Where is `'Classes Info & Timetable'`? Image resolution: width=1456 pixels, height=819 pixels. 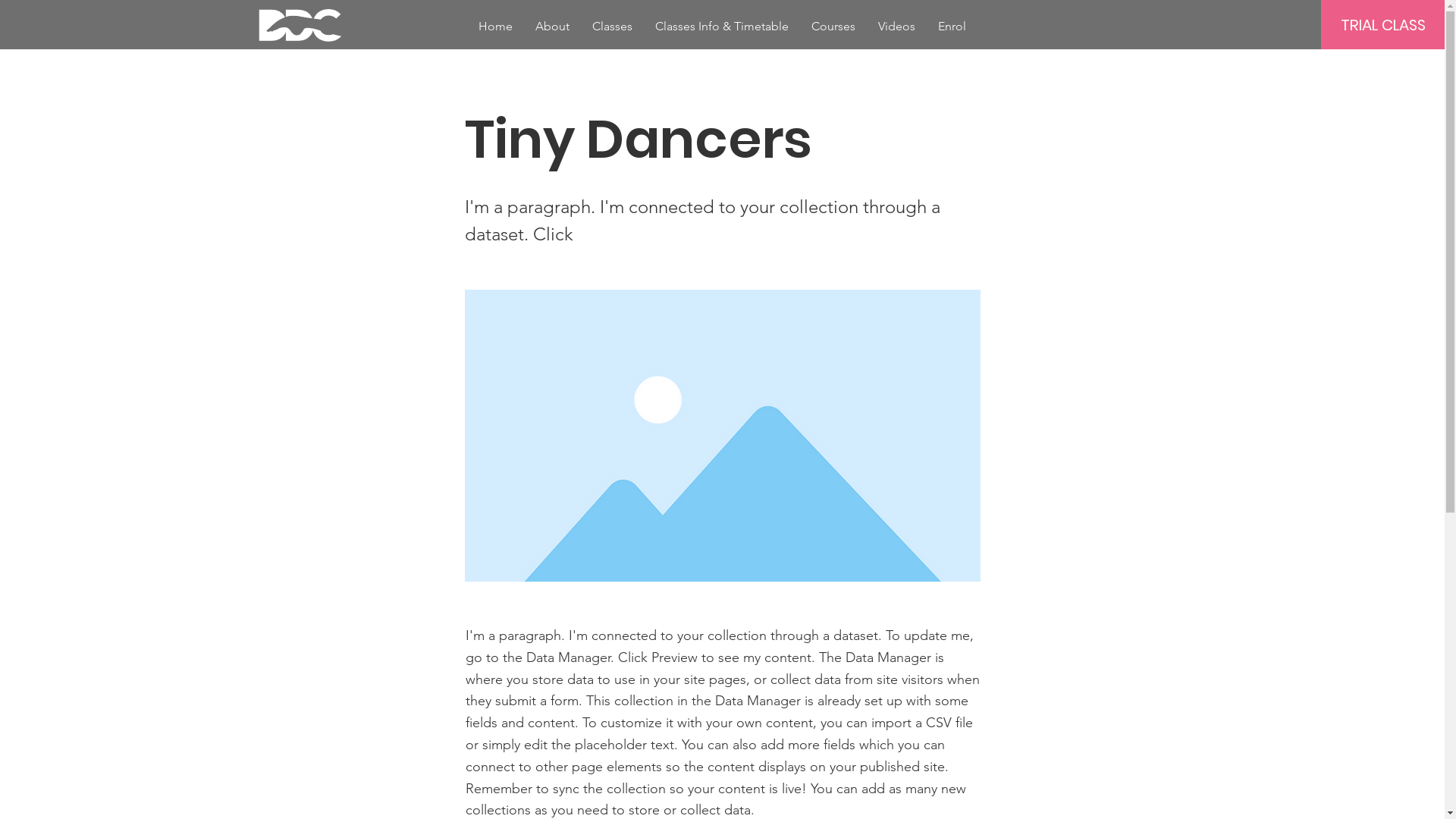
'Classes Info & Timetable' is located at coordinates (720, 26).